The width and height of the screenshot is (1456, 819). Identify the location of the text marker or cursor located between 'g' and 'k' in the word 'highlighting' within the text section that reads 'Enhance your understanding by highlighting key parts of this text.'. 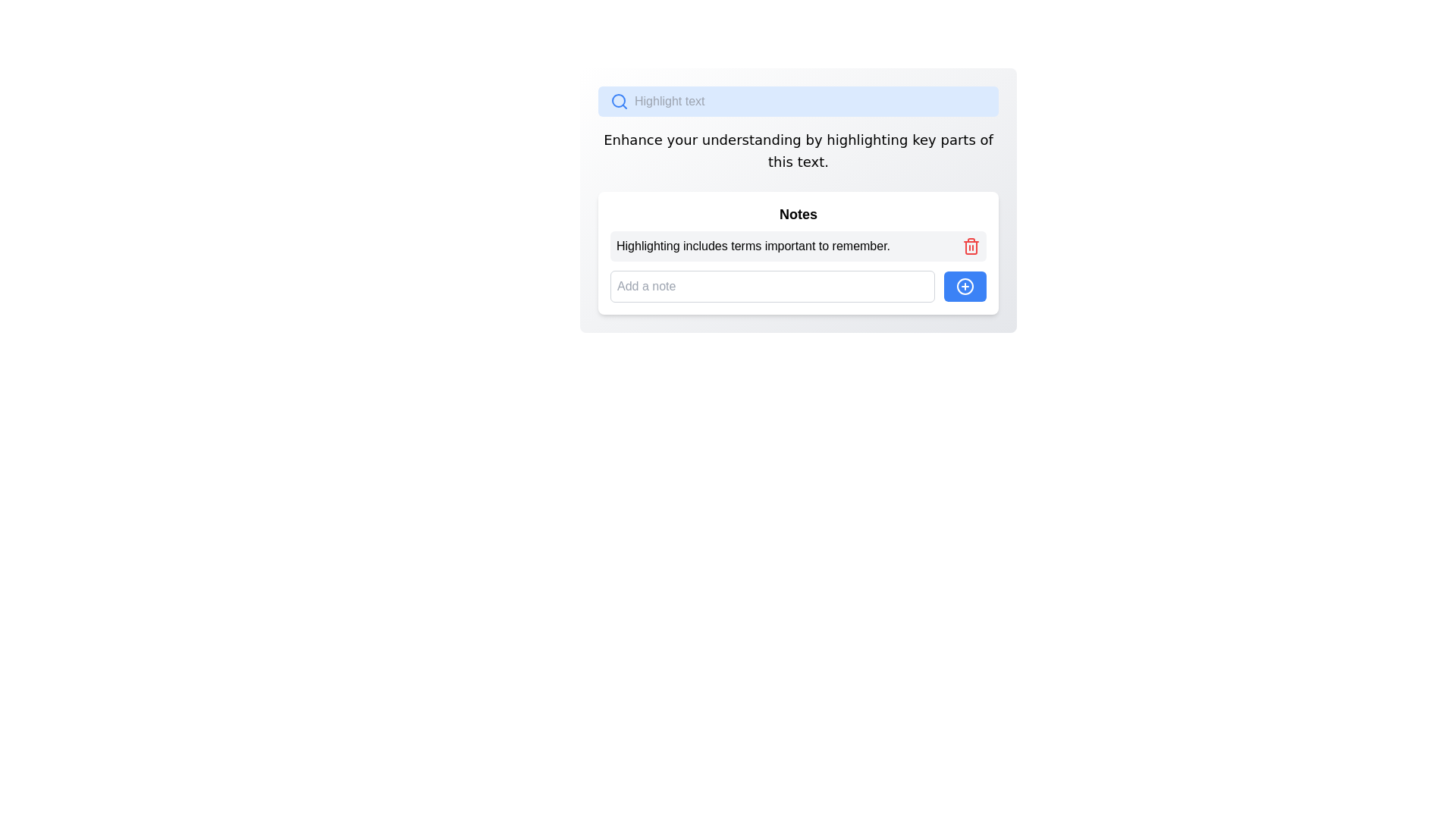
(910, 140).